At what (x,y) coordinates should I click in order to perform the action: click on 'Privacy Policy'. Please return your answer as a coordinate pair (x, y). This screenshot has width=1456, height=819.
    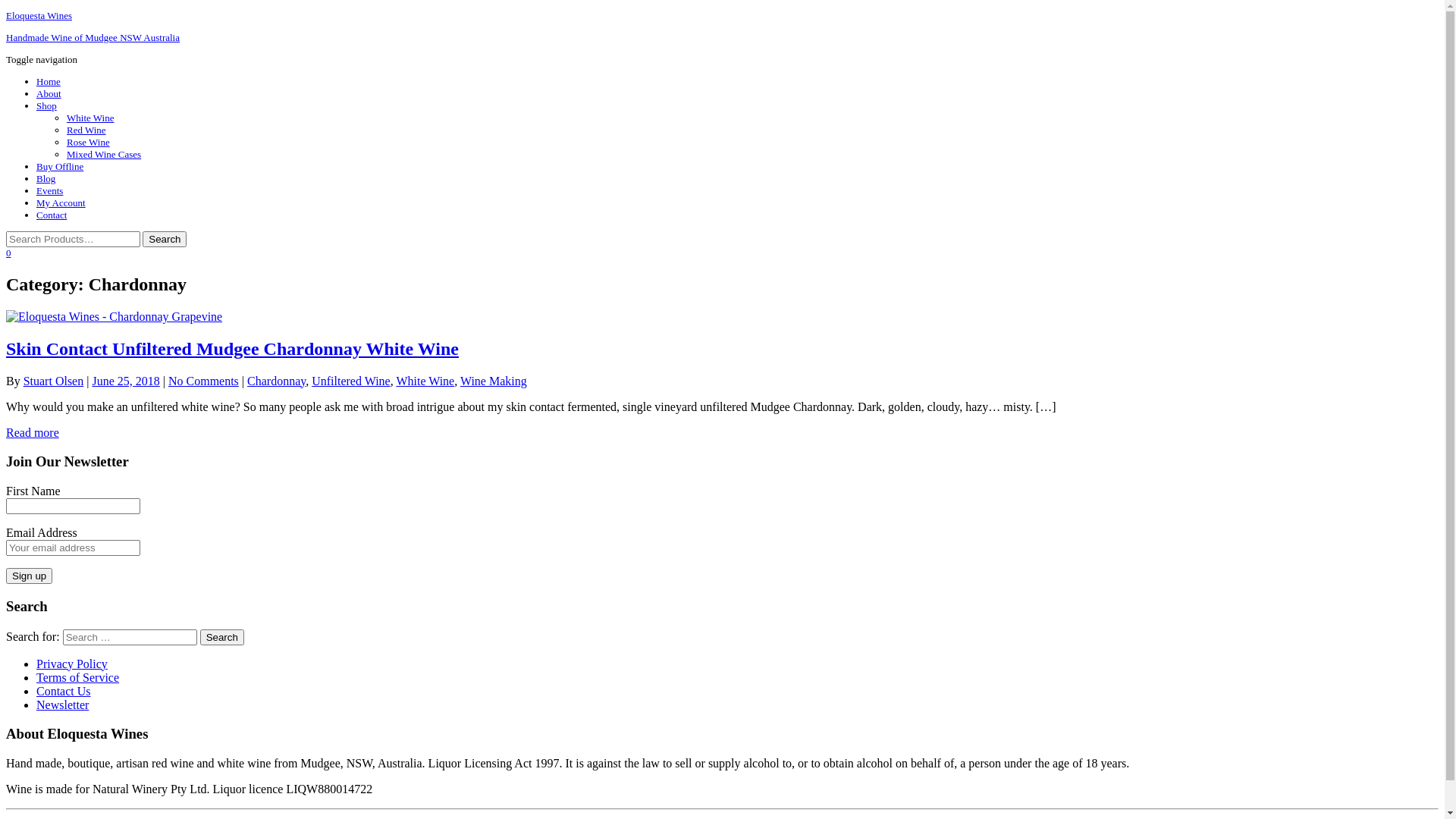
    Looking at the image, I should click on (71, 662).